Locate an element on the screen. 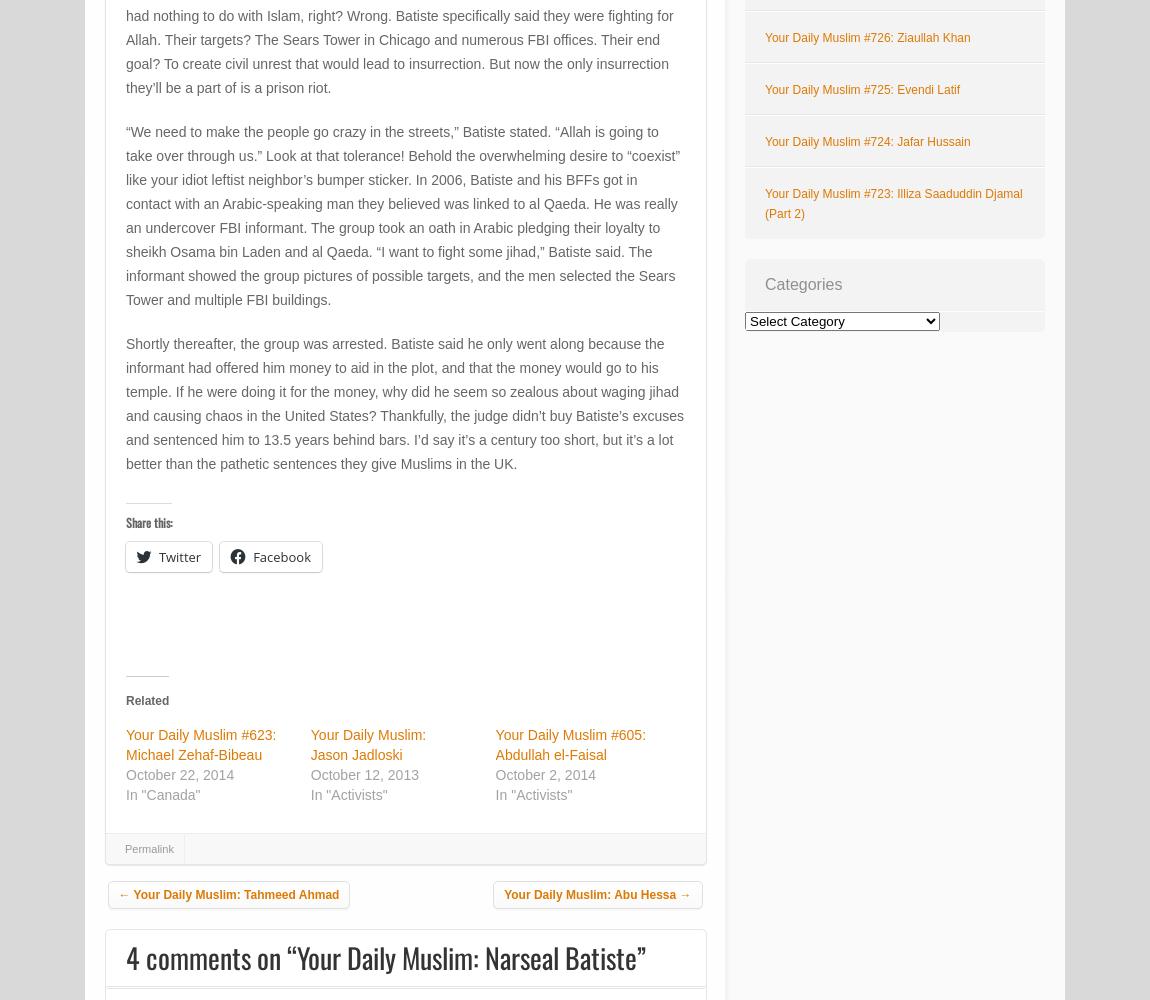 The image size is (1150, 1000). 'Shortly thereafter, the group was arrested. Batiste said he only went along because the informant had offered him money to aid in the plot, and that the money would go to his temple. If he were doing it for the money, why did he seem so zealous about waging jihad and causing chaos in the United States? Thankfully, the judge didn’t buy Batiste’s excuses and sentenced him to 13.5 years behind bars. I’d say it’s a century too short, but it’s a lot better than the pathetic sentences they give Muslims in the UK.' is located at coordinates (405, 404).